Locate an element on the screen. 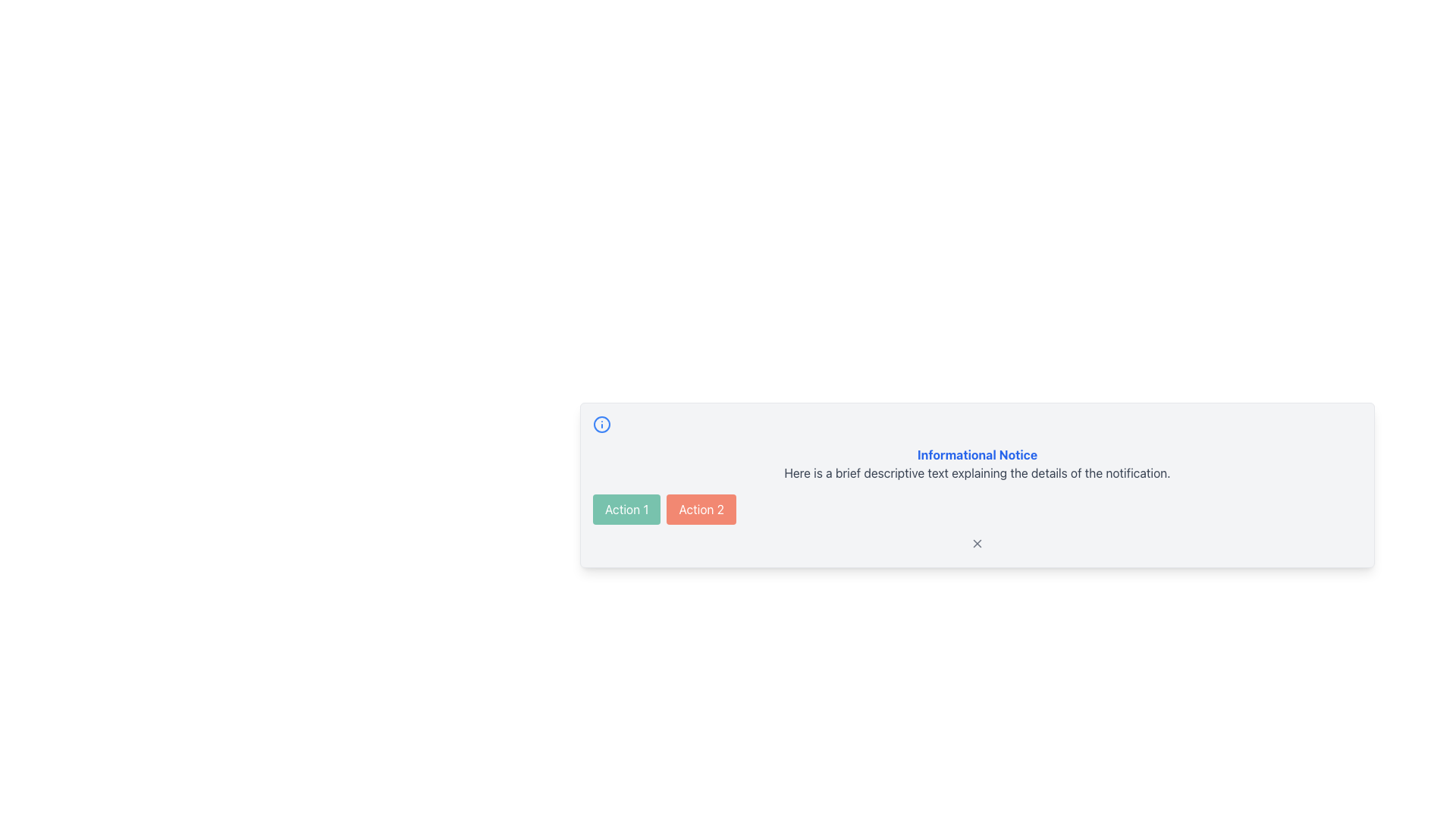  the static text label located below the bold blue title 'Informational Notice' in the notification card is located at coordinates (977, 472).